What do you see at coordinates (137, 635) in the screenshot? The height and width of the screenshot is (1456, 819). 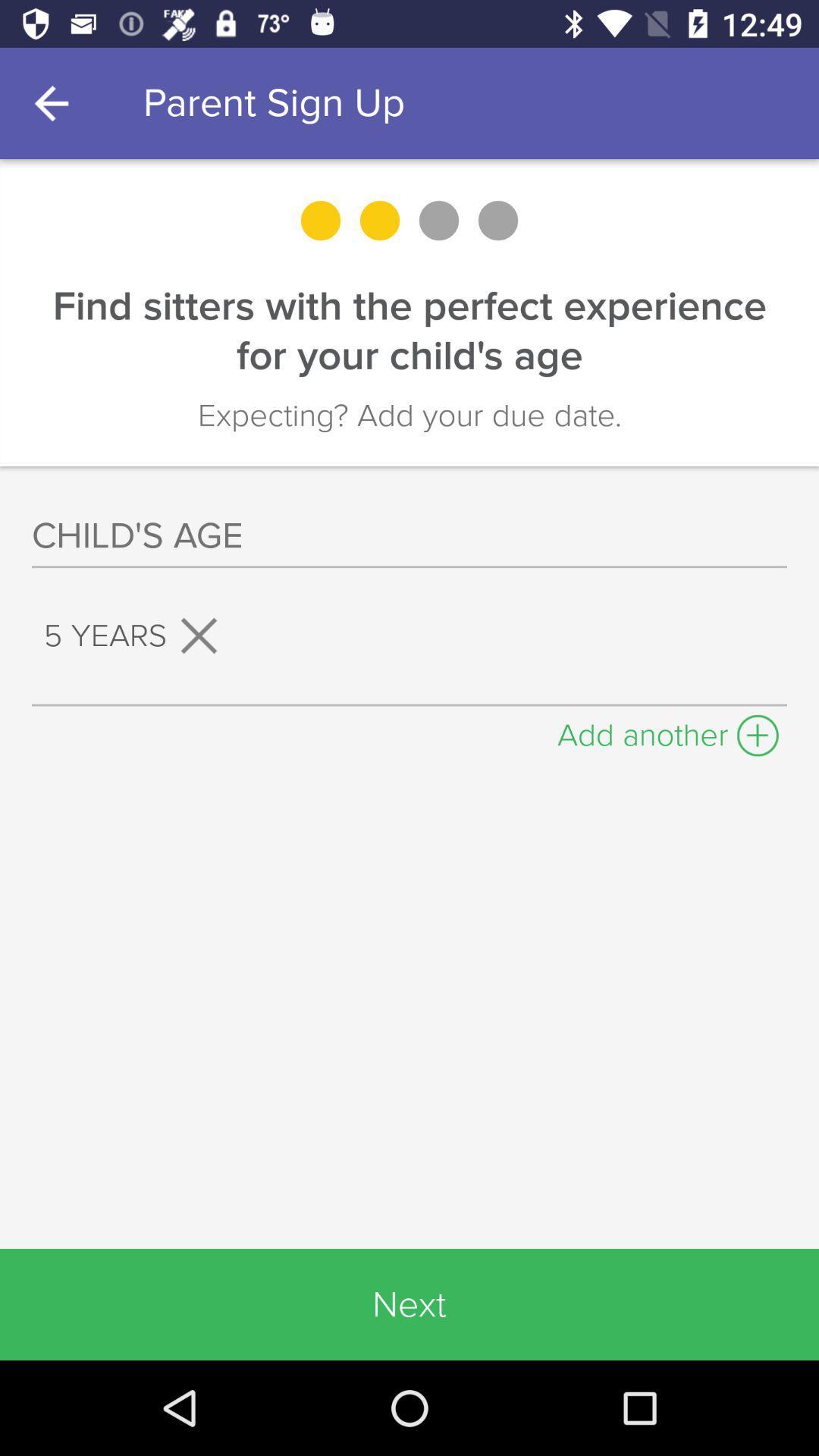 I see `the 5 years on the left` at bounding box center [137, 635].